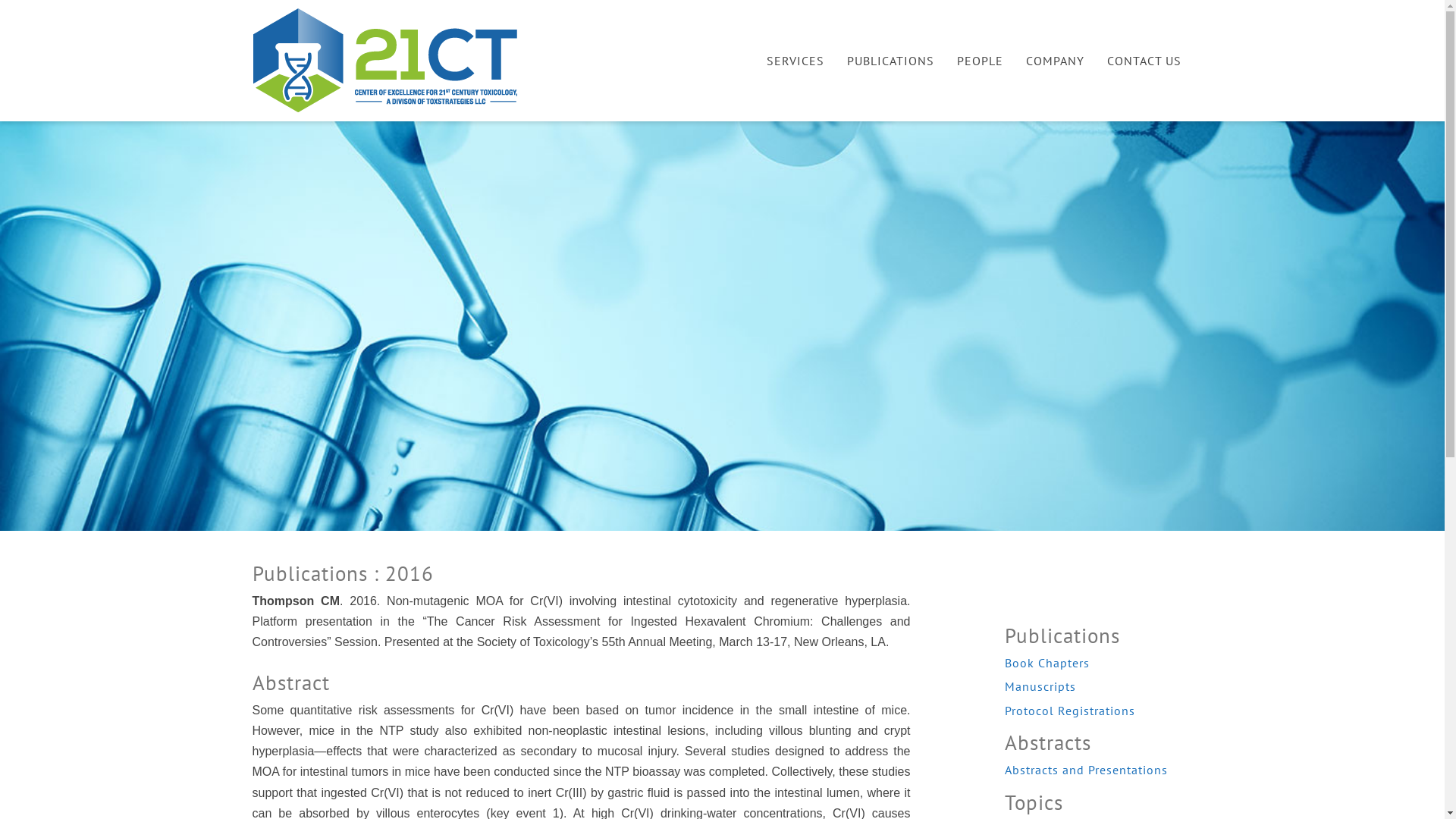 This screenshot has width=1456, height=819. Describe the element at coordinates (1098, 663) in the screenshot. I see `'Book Chapters'` at that location.